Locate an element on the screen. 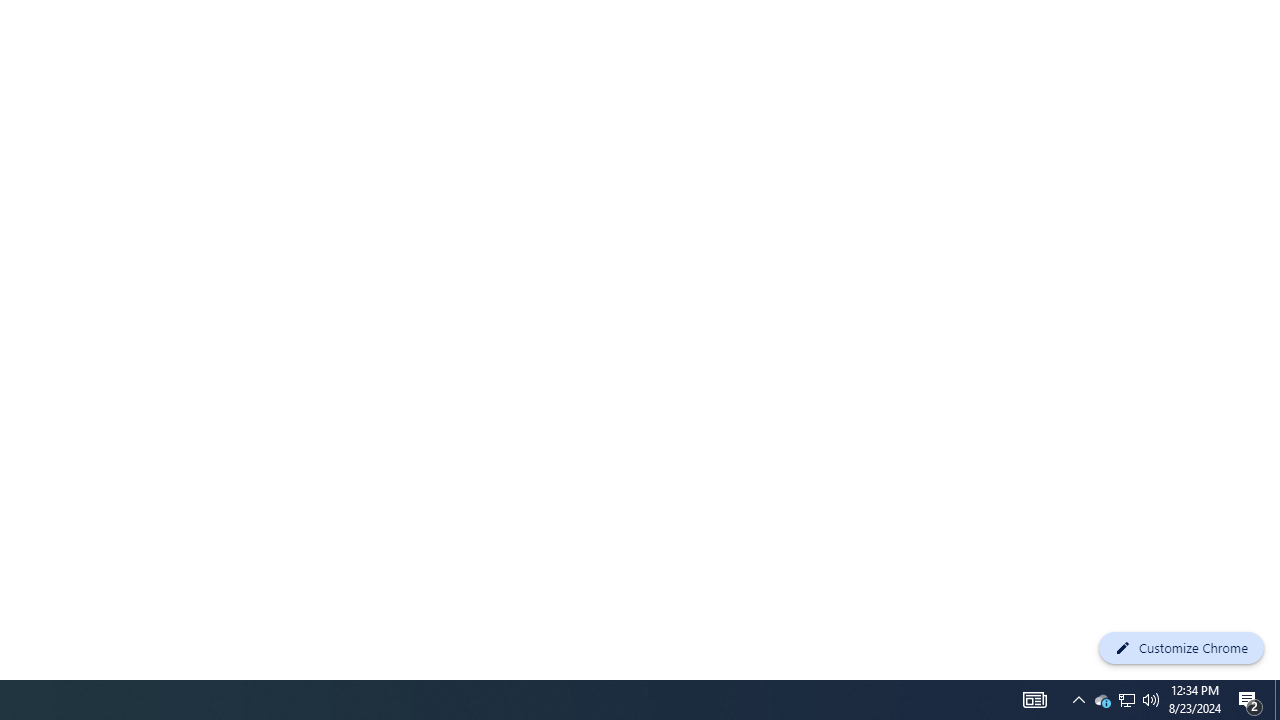 This screenshot has width=1280, height=720. 'AutomationID: 4105' is located at coordinates (1034, 698).